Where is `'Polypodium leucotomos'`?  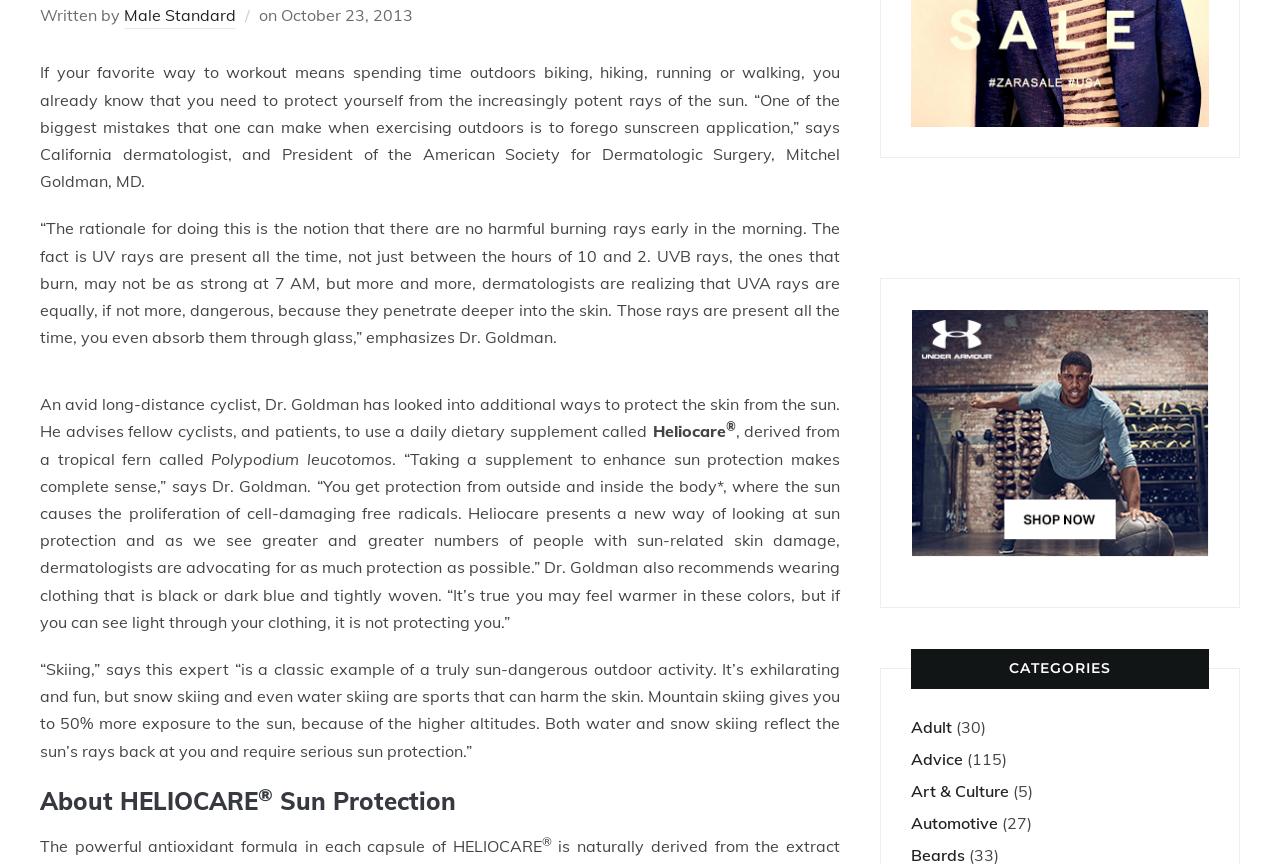
'Polypodium leucotomos' is located at coordinates (300, 458).